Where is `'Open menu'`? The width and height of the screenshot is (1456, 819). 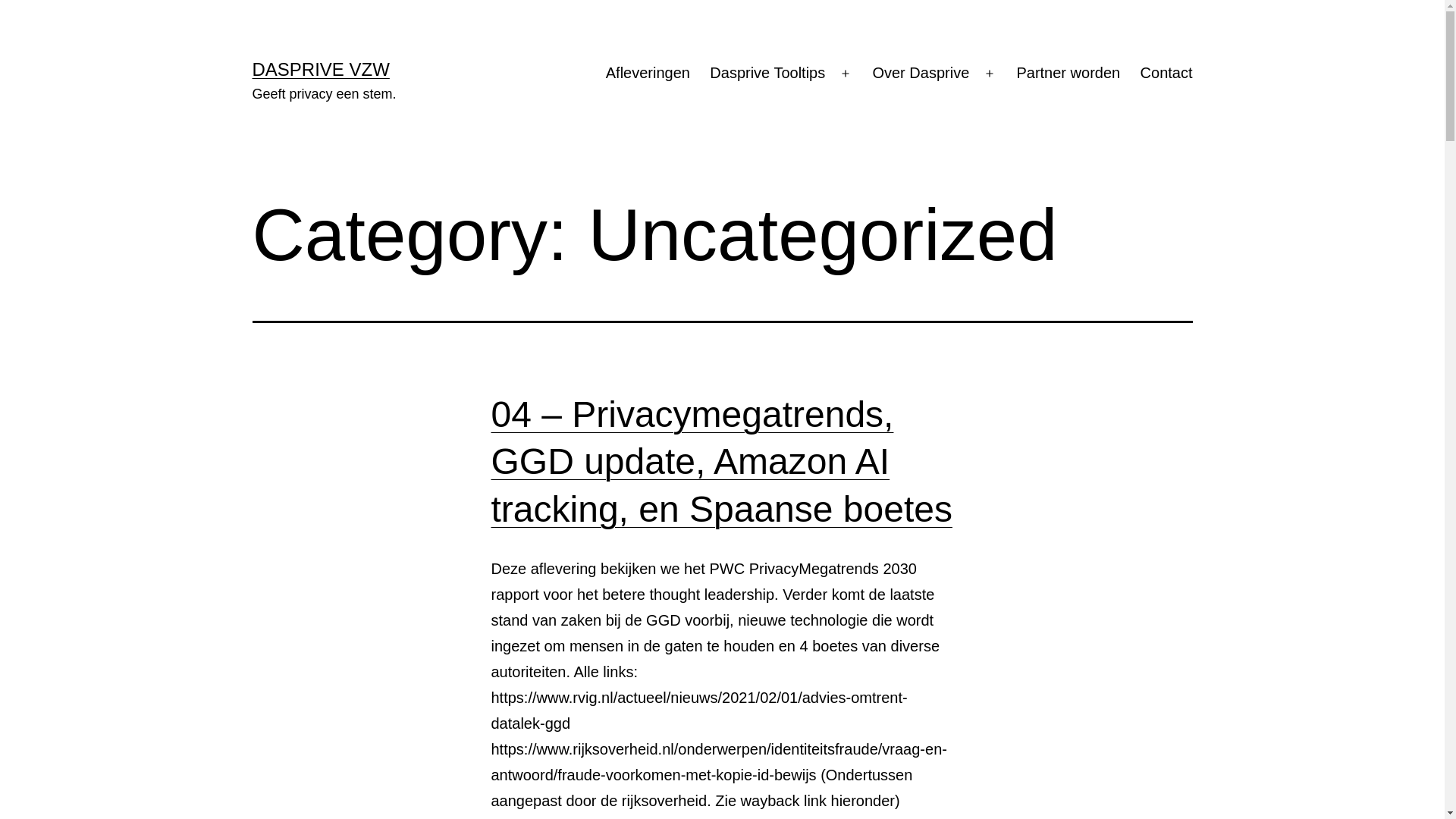 'Open menu' is located at coordinates (990, 73).